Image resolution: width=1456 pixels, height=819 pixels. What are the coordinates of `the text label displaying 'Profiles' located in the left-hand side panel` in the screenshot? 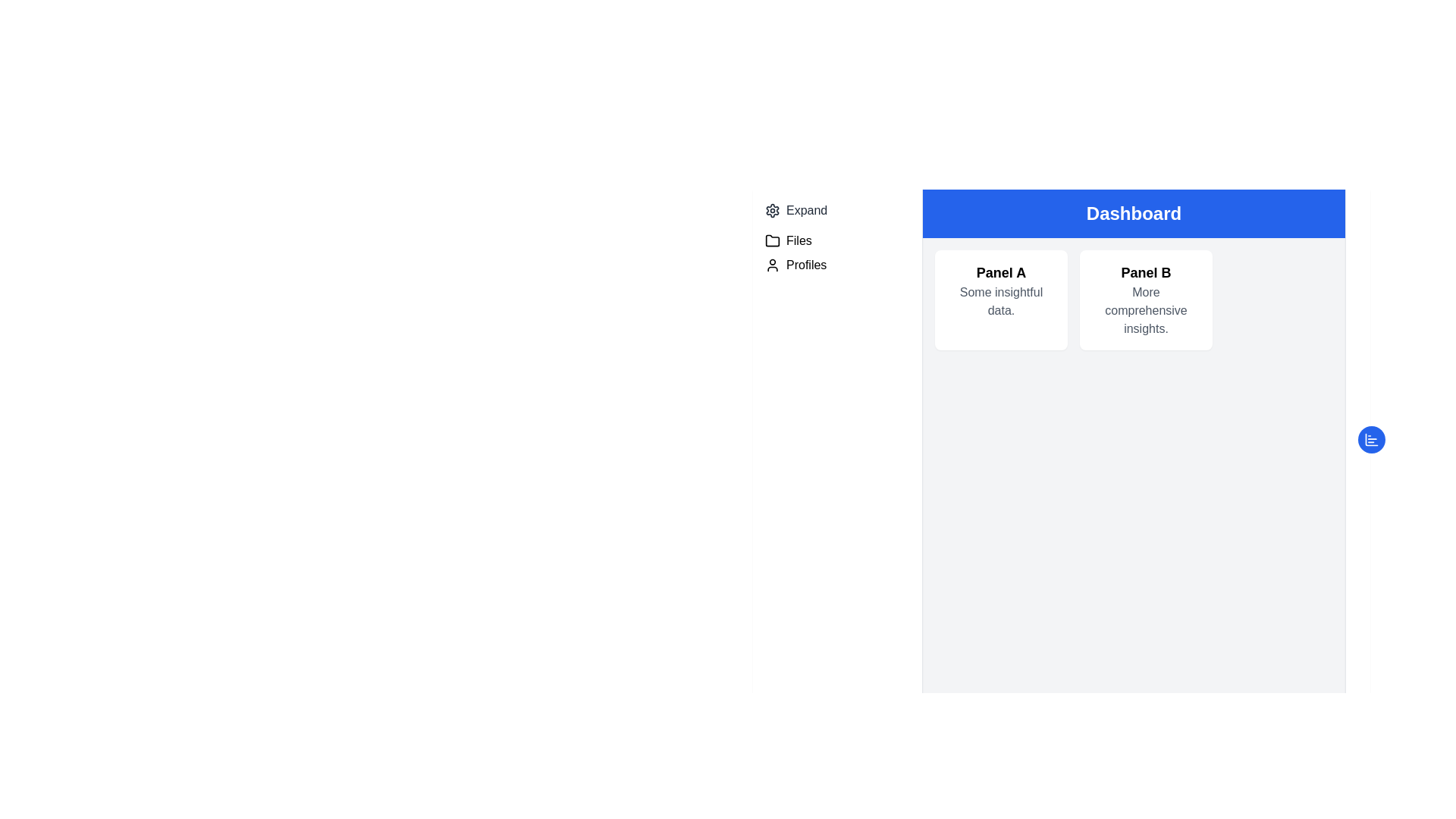 It's located at (805, 265).